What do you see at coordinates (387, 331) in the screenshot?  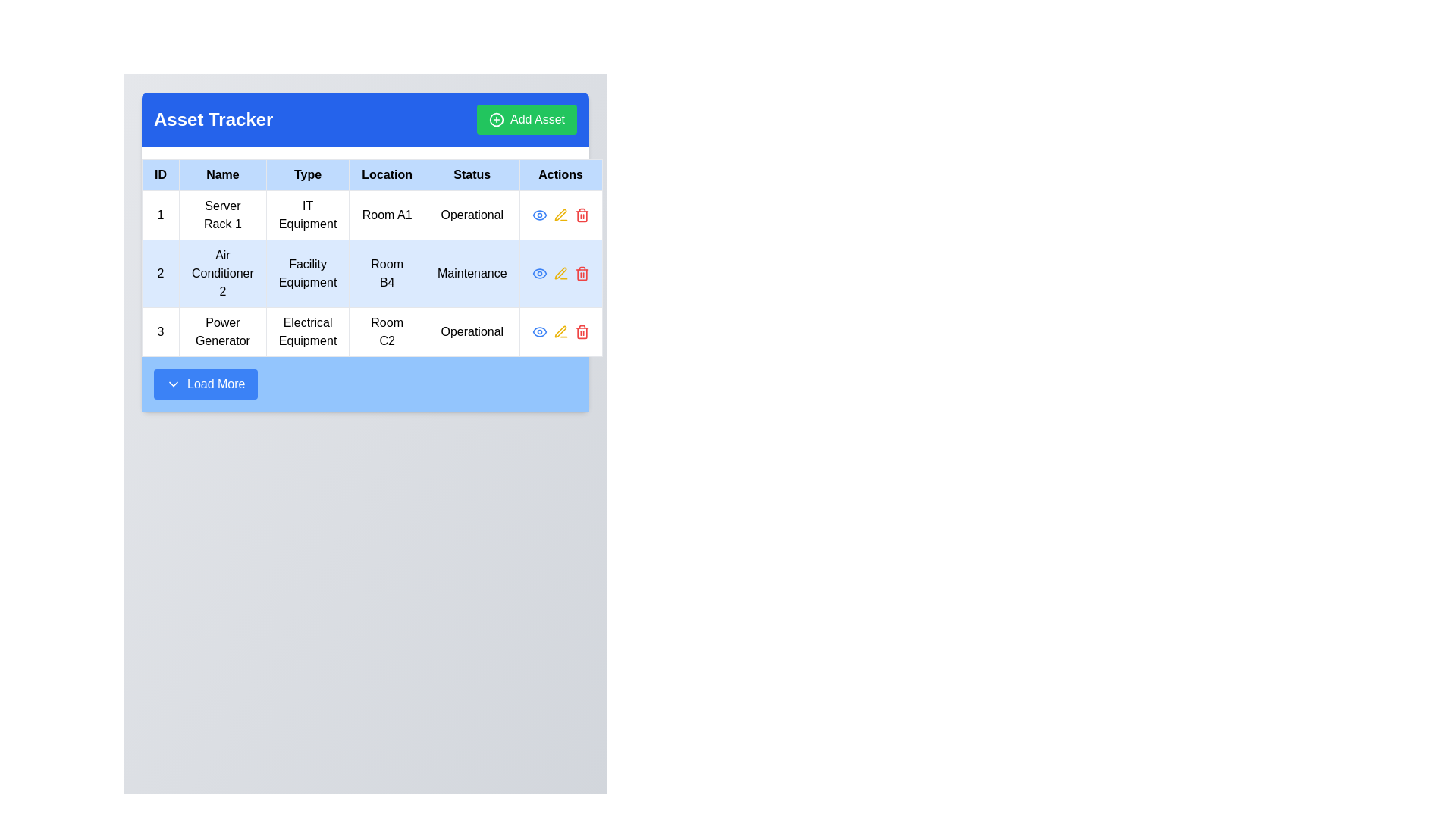 I see `the cell displaying 'Room C2' in the fourth column of the last row of the 'Asset Tracker' table` at bounding box center [387, 331].